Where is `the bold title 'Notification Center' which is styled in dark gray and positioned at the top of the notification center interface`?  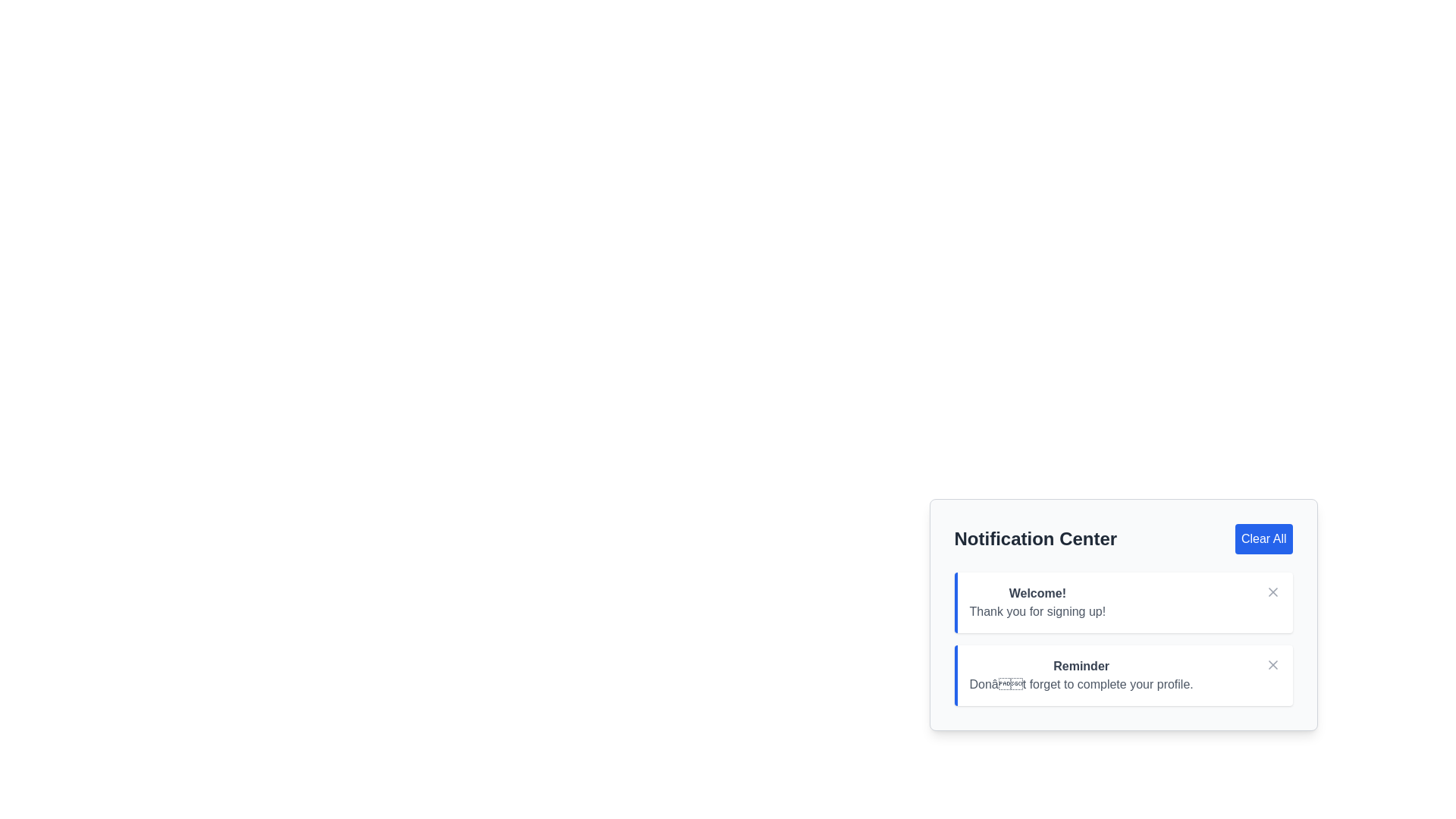 the bold title 'Notification Center' which is styled in dark gray and positioned at the top of the notification center interface is located at coordinates (1034, 538).